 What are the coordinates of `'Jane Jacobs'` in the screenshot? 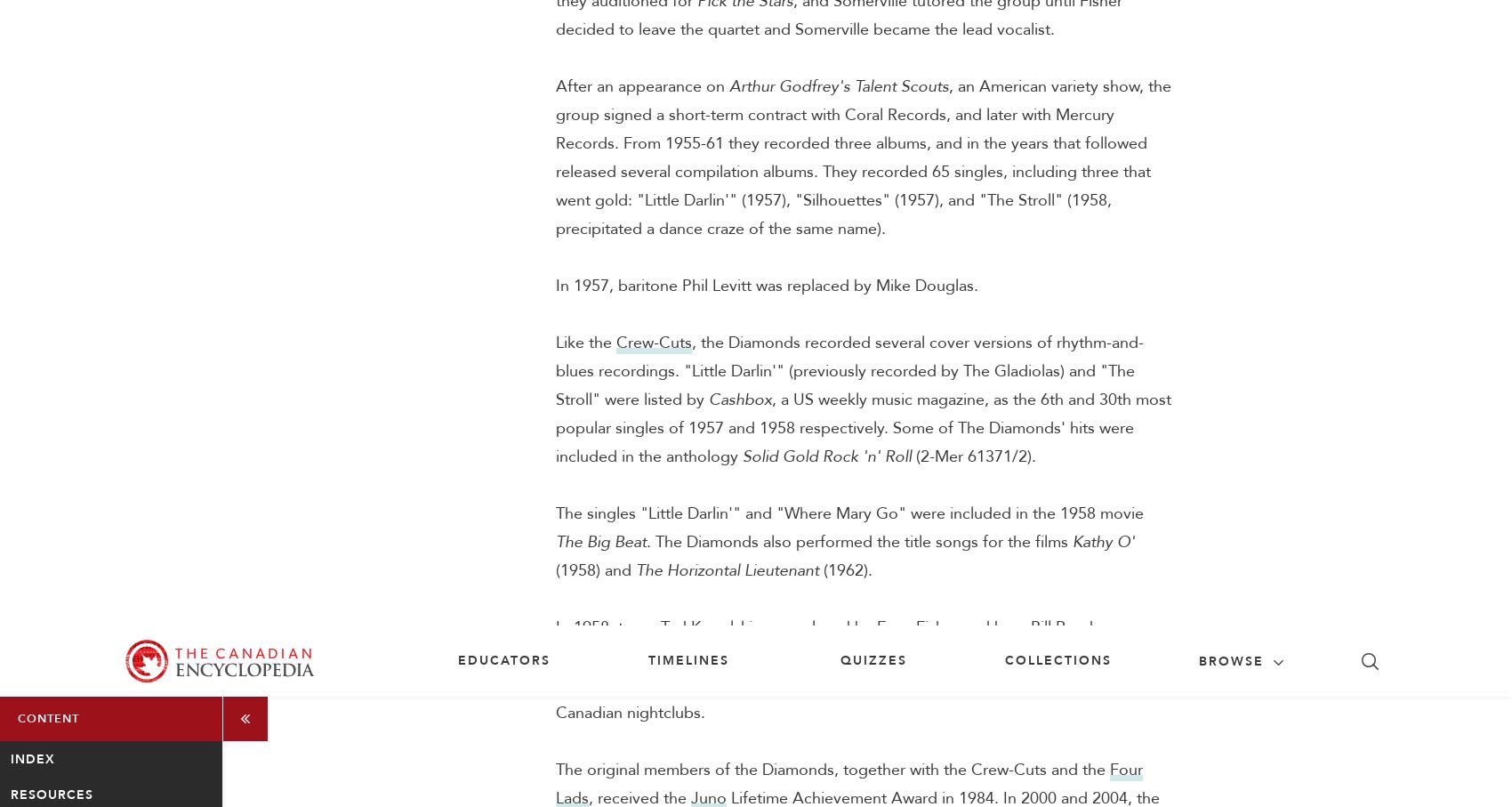 It's located at (981, 277).